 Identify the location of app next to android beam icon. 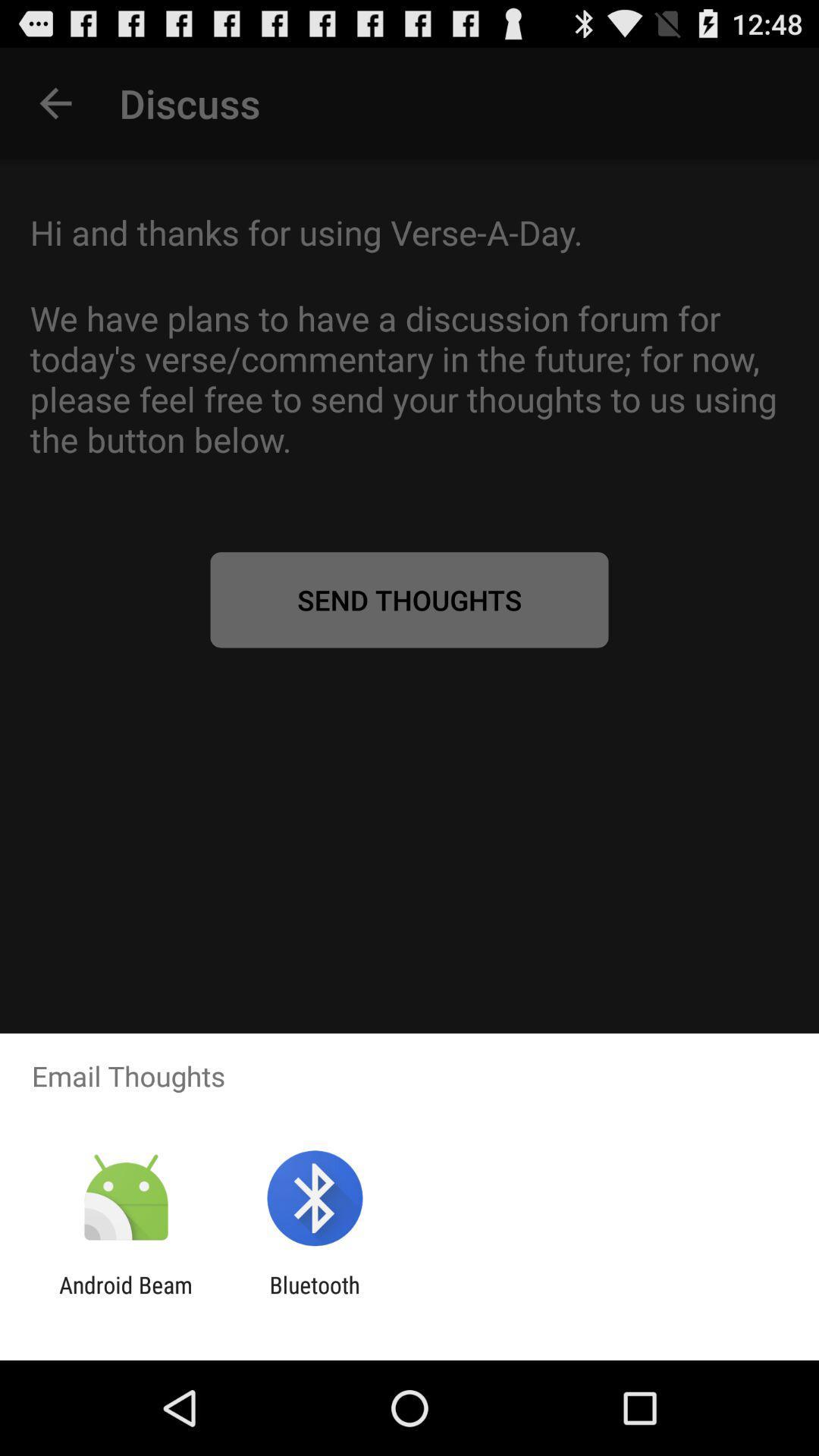
(314, 1298).